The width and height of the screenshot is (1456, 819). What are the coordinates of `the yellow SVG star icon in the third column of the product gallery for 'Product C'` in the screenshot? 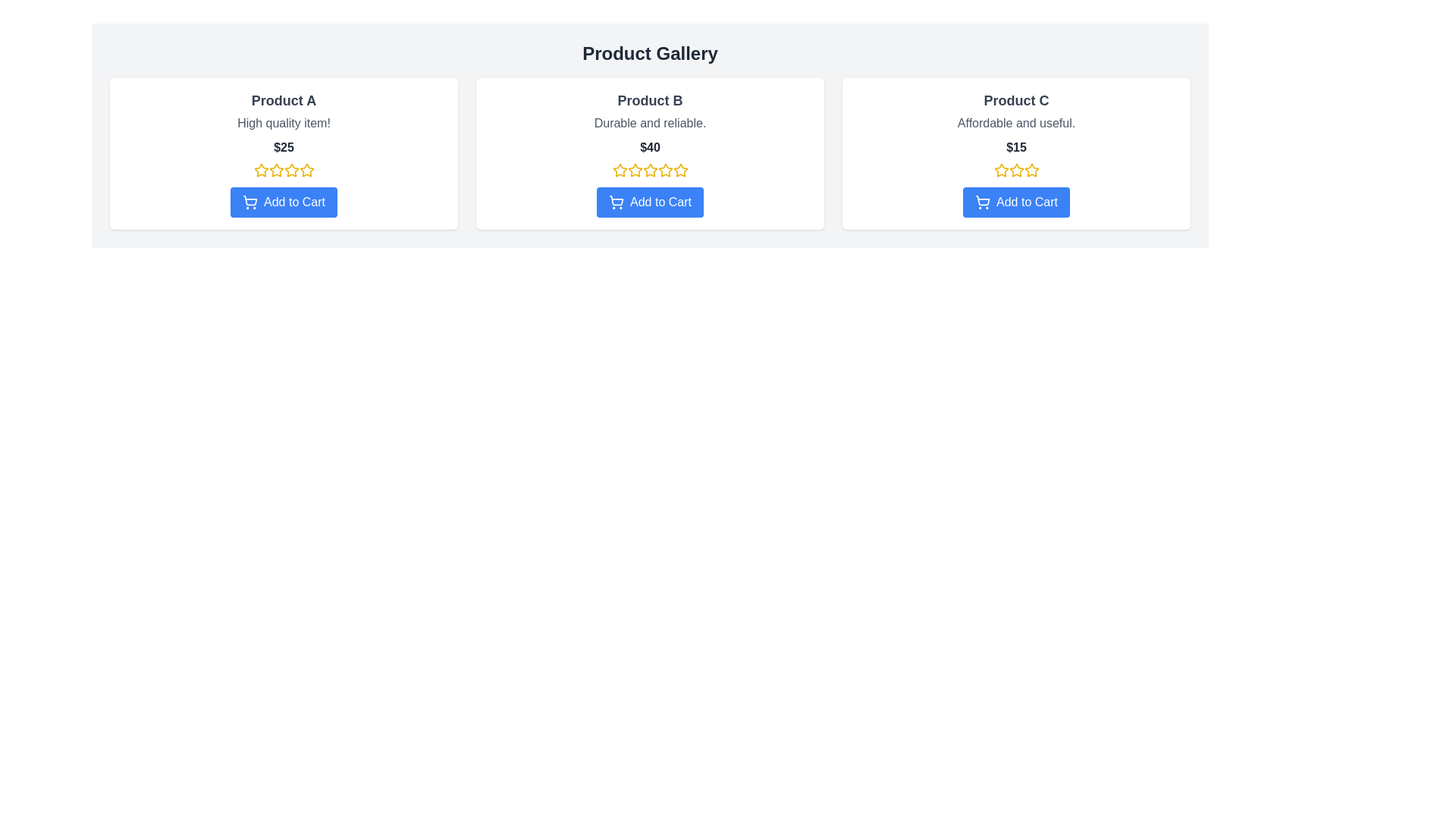 It's located at (1001, 170).